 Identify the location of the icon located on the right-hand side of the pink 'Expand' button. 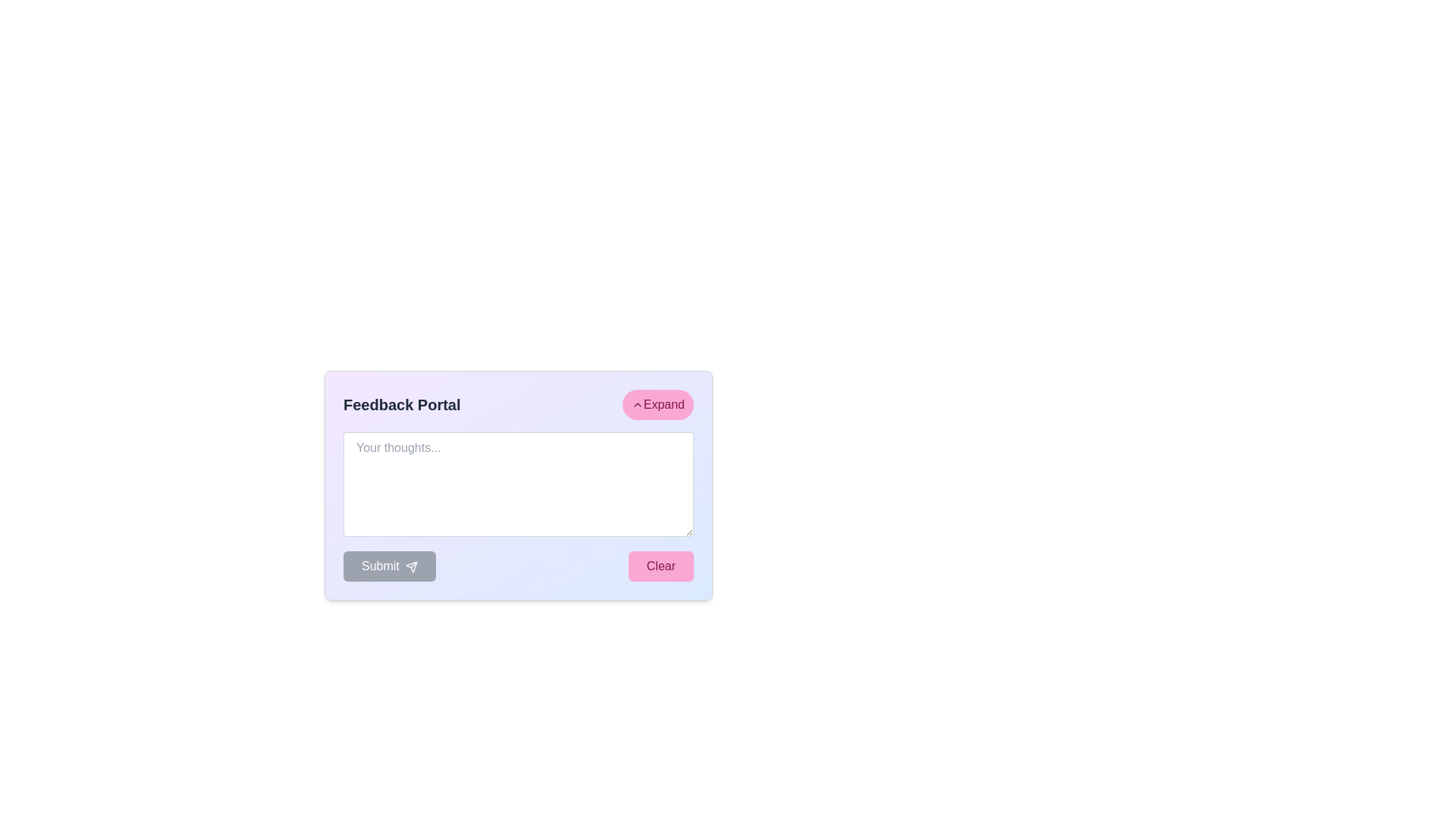
(637, 403).